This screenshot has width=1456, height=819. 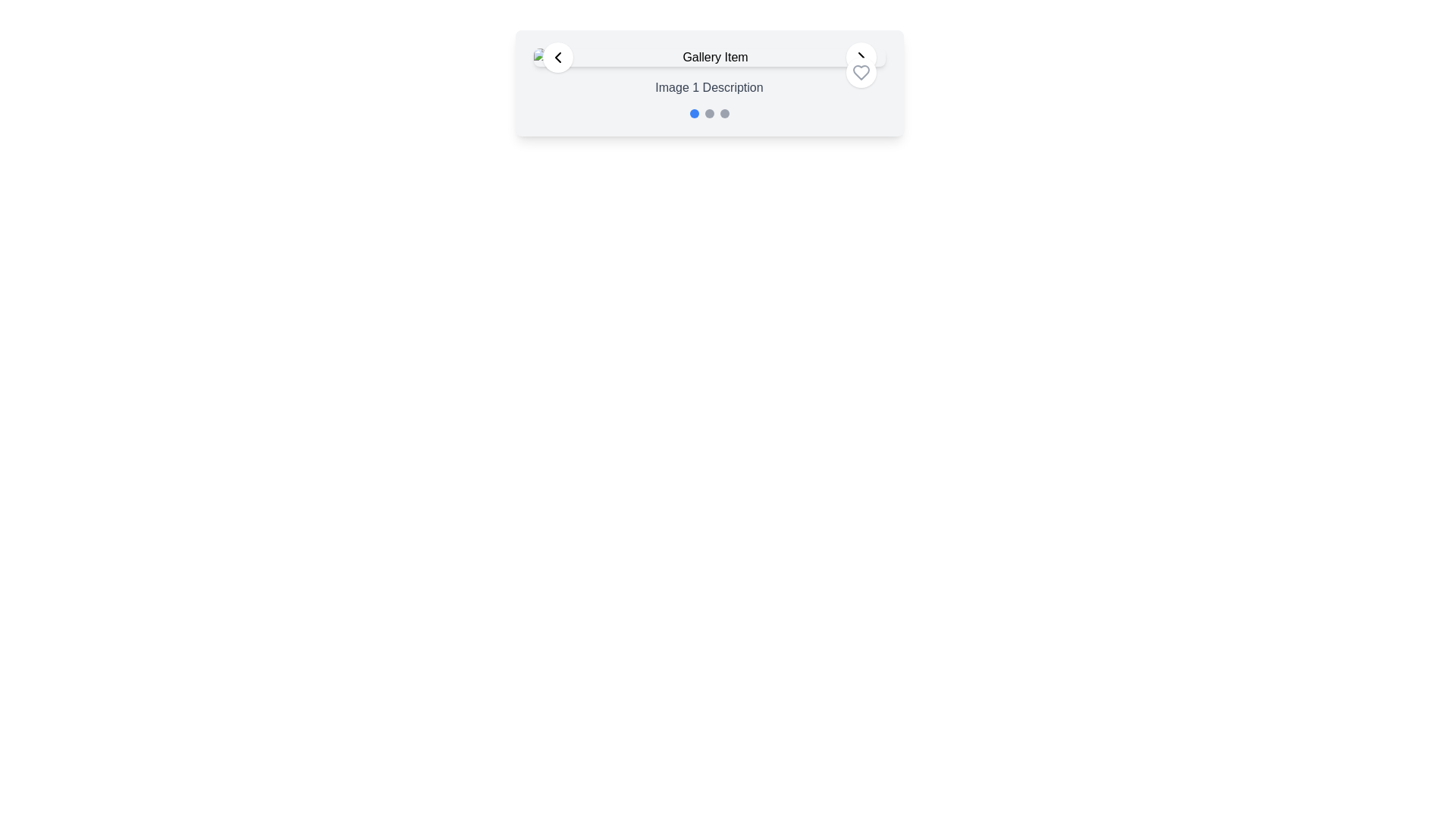 I want to click on the textual description element that provides information about the displayed gallery item, located centrally below the image content, so click(x=708, y=87).